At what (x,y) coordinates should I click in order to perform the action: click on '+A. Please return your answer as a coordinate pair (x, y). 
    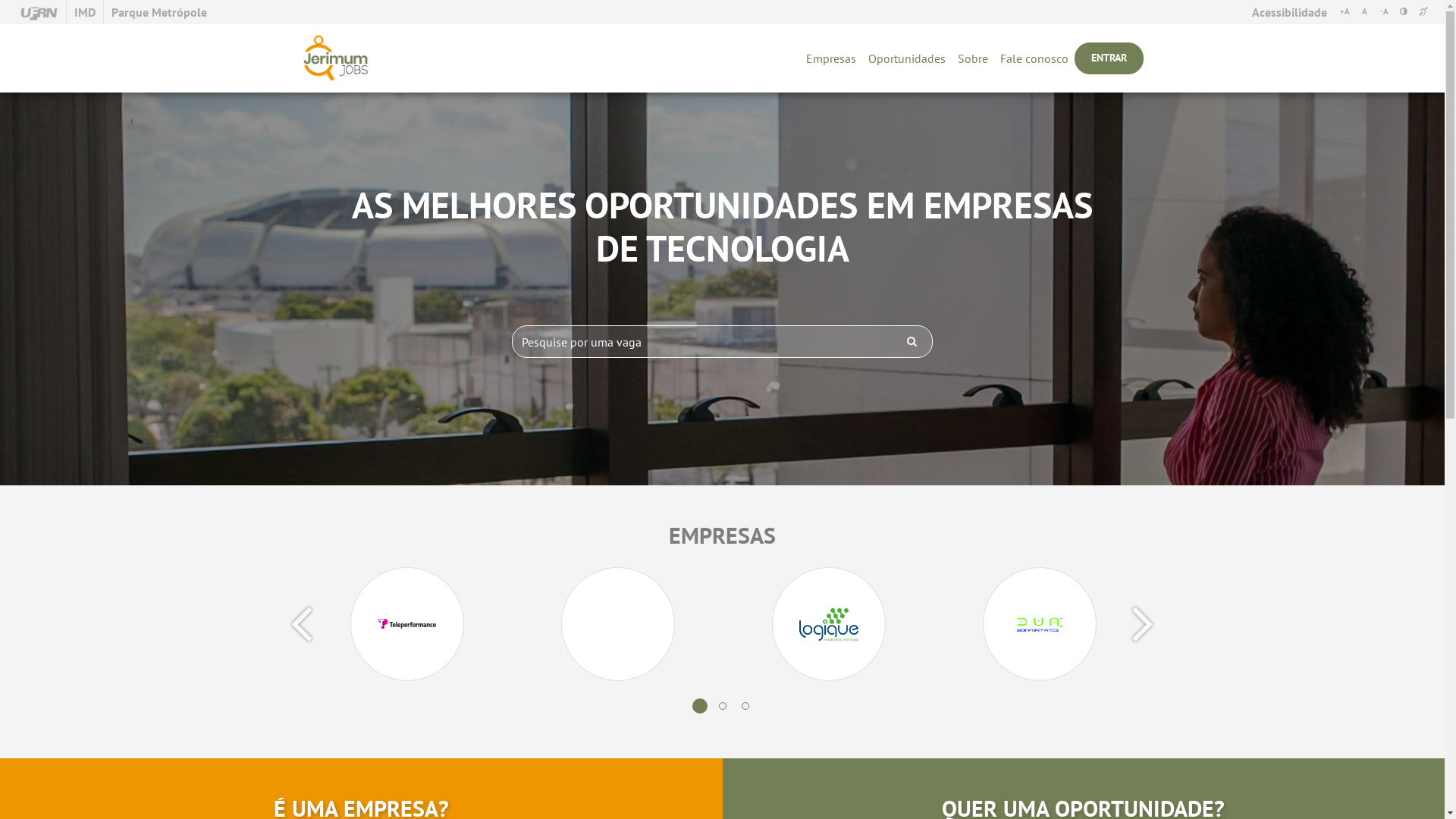
    Looking at the image, I should click on (1344, 11).